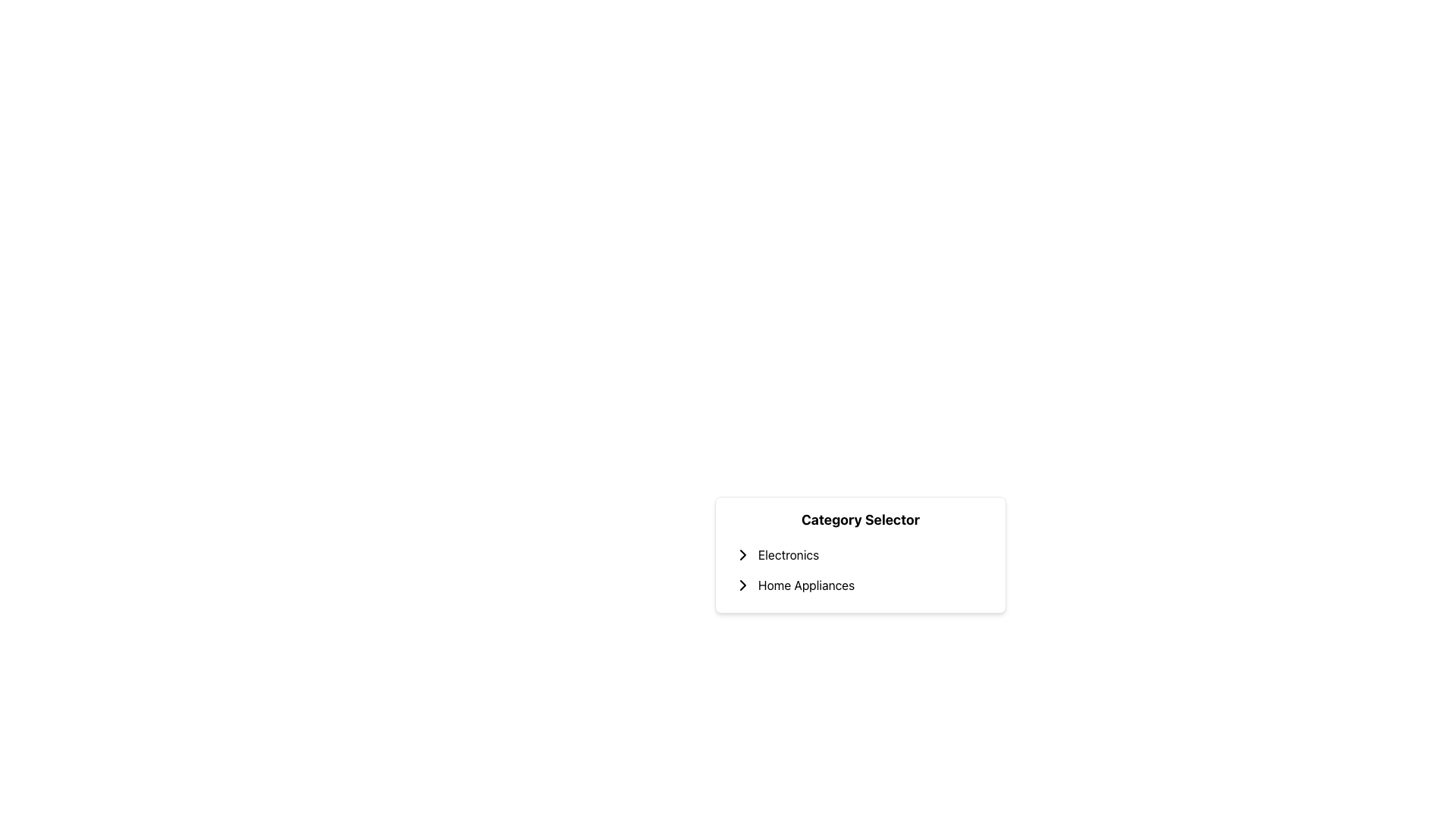  What do you see at coordinates (789, 555) in the screenshot?
I see `the 'Electronics' category text label` at bounding box center [789, 555].